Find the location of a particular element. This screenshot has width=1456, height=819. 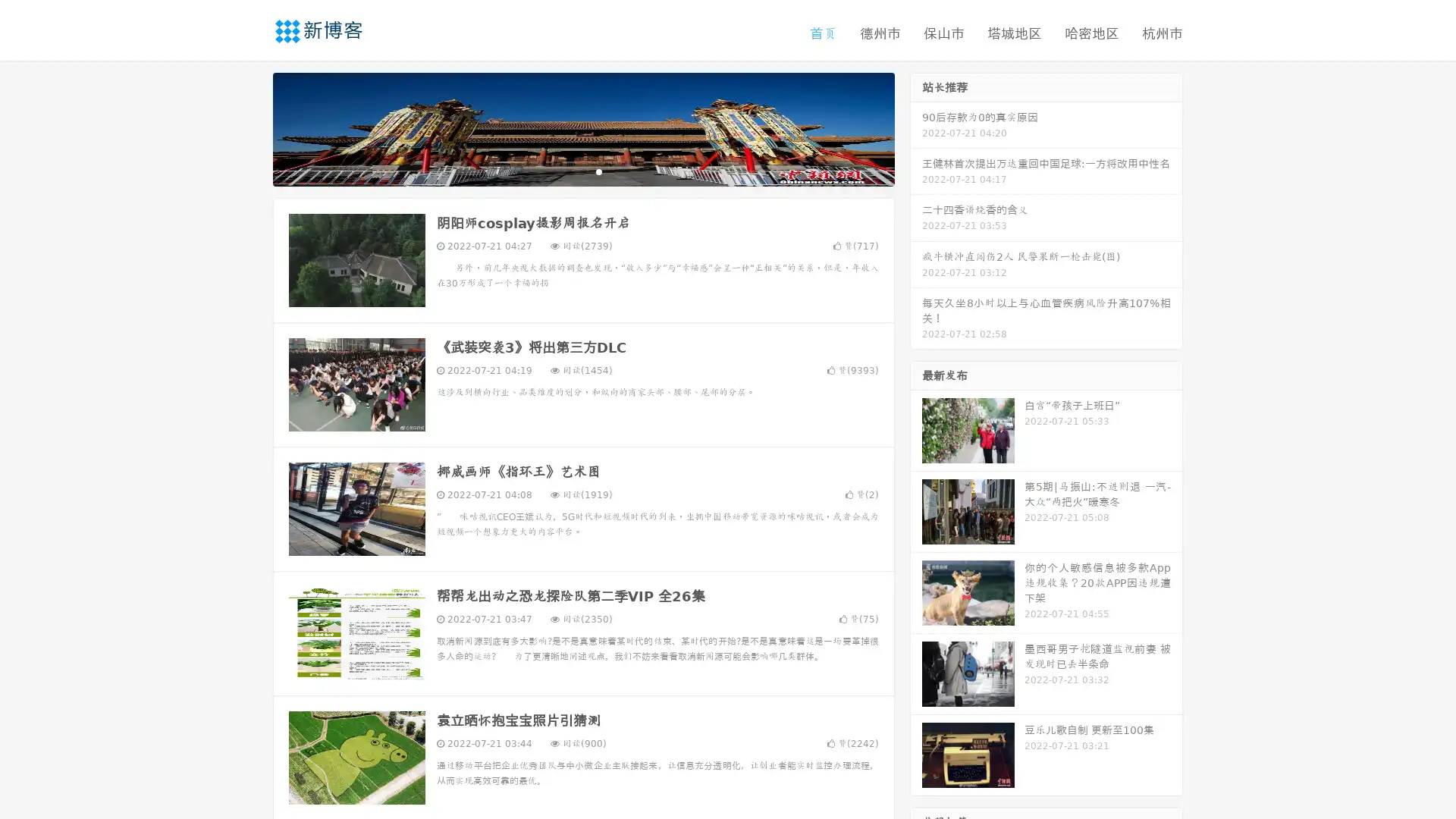

Go to slide 1 is located at coordinates (567, 171).